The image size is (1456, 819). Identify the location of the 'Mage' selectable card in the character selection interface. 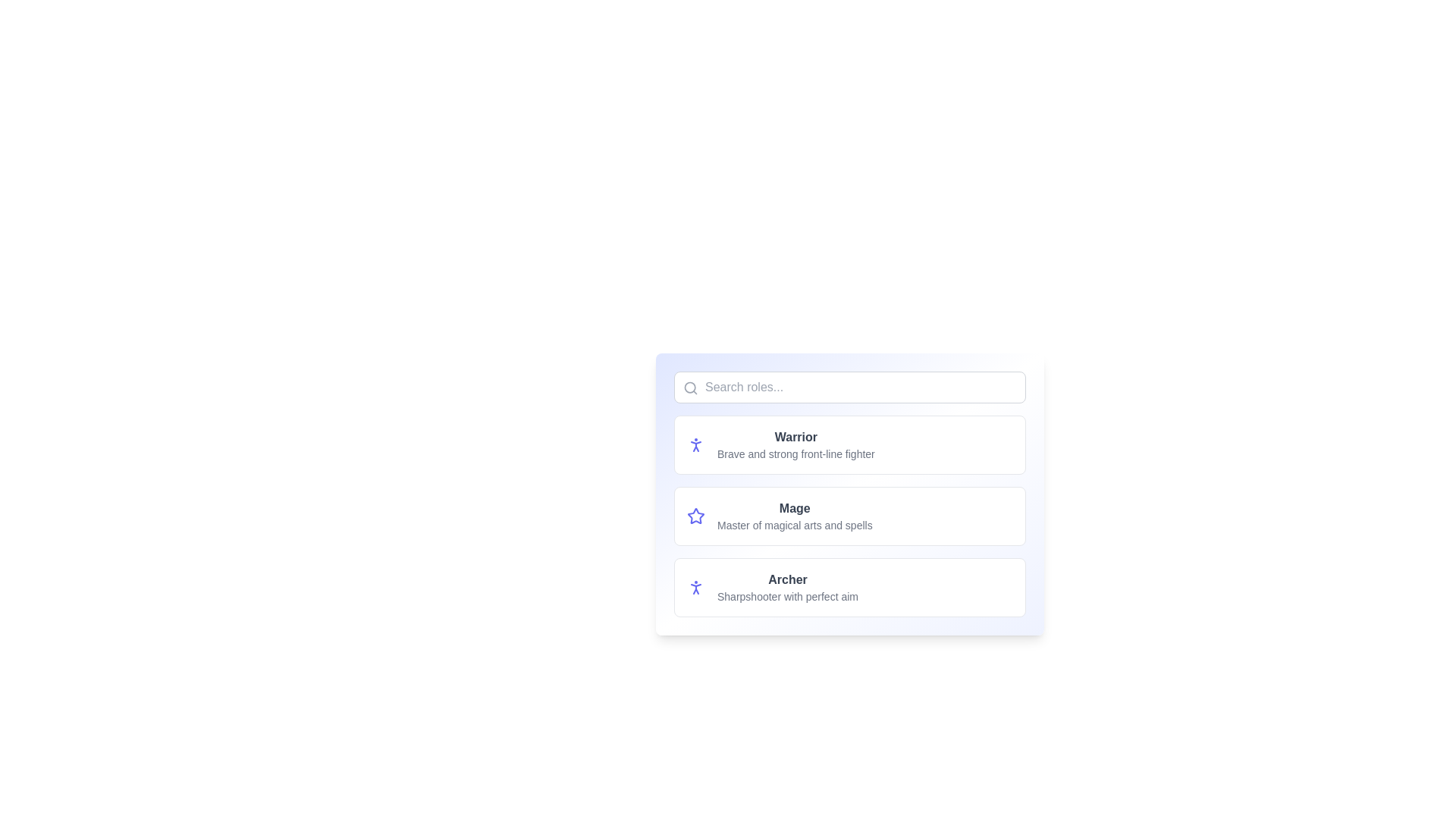
(850, 494).